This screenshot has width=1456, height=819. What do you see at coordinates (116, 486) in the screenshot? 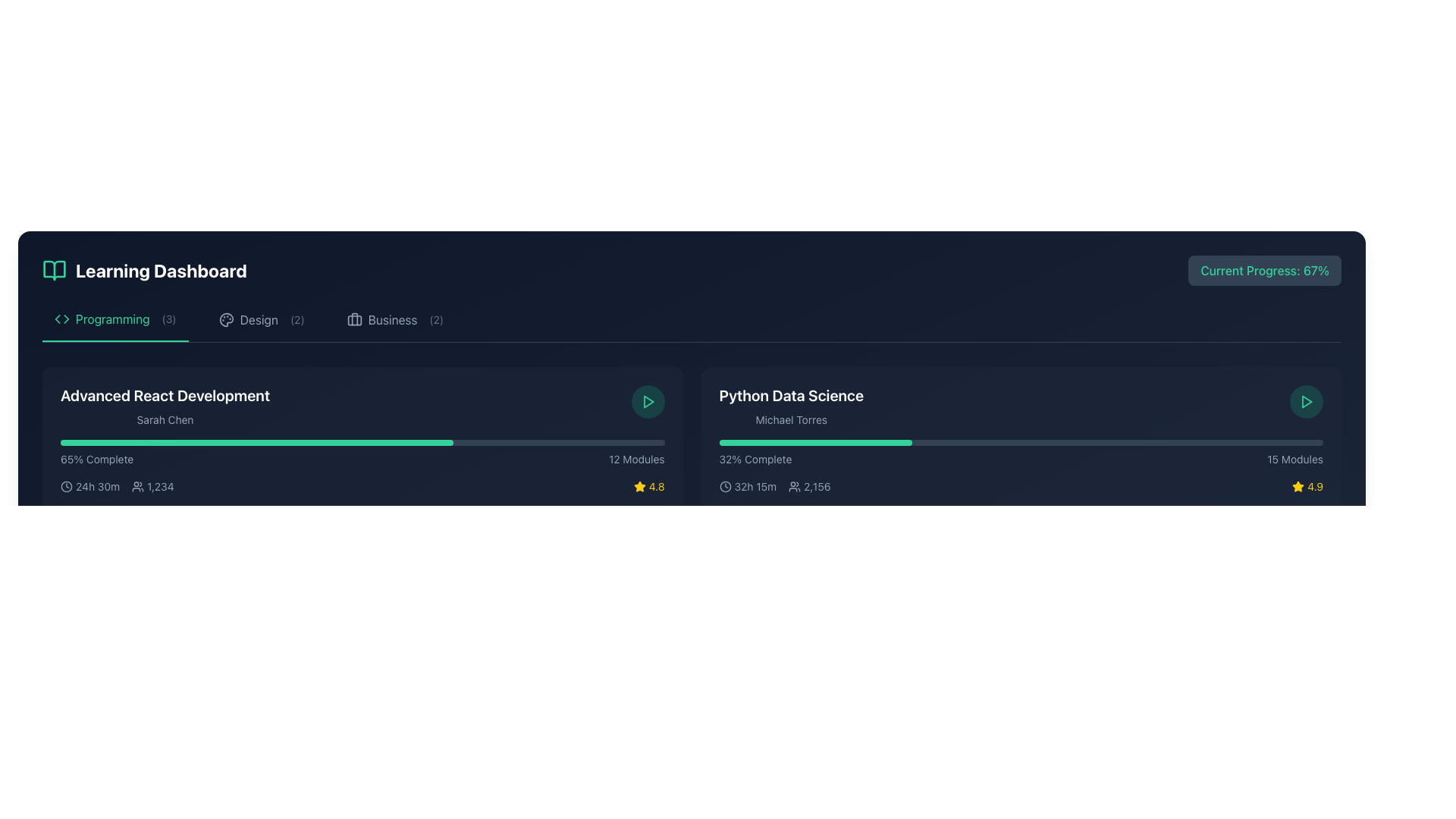
I see `the informational block displaying '24h 30m' and '1,234' within the 'Advanced React Development' course card in the Learning Dashboard` at bounding box center [116, 486].